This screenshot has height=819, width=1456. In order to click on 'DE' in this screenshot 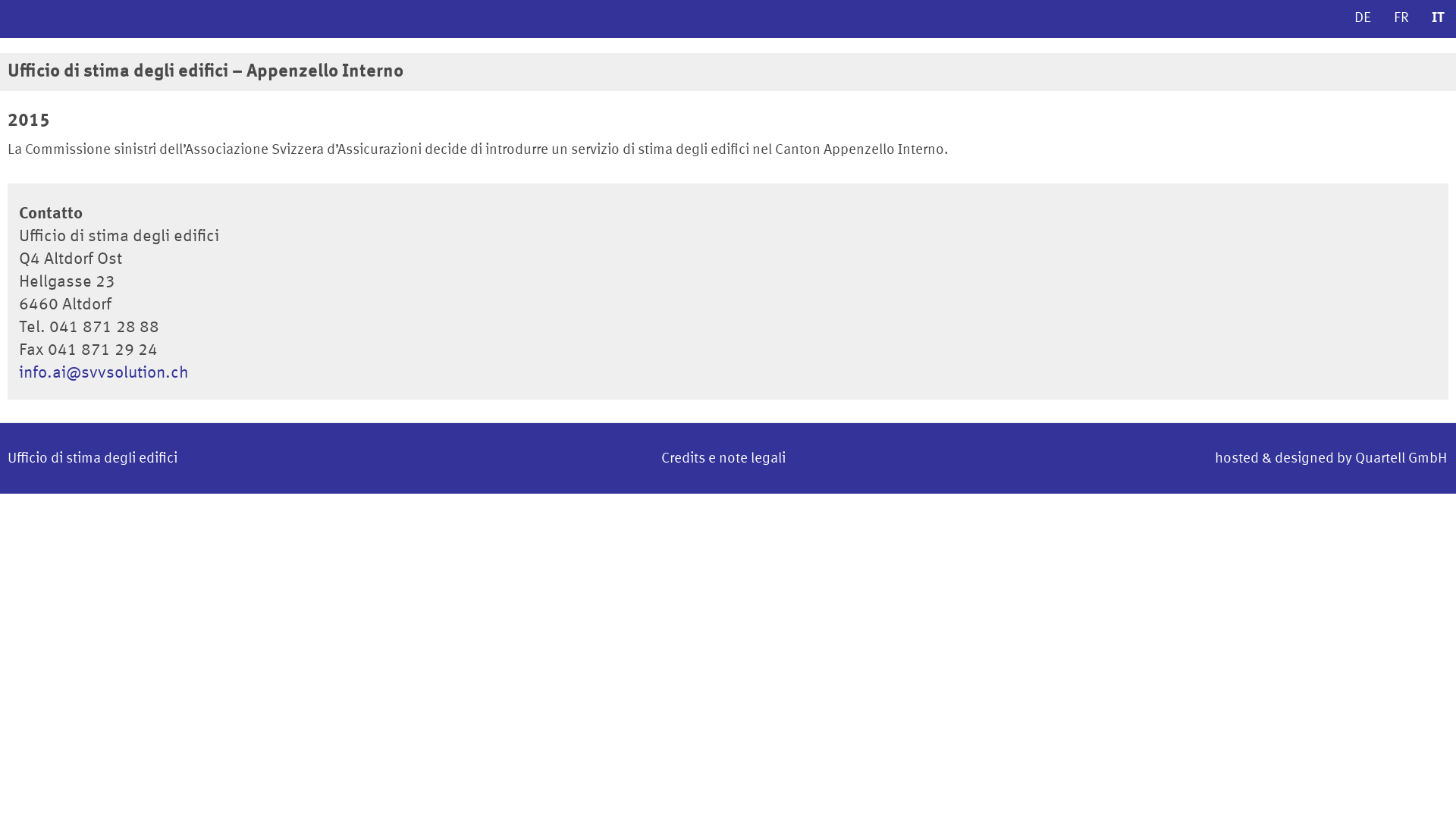, I will do `click(1362, 18)`.